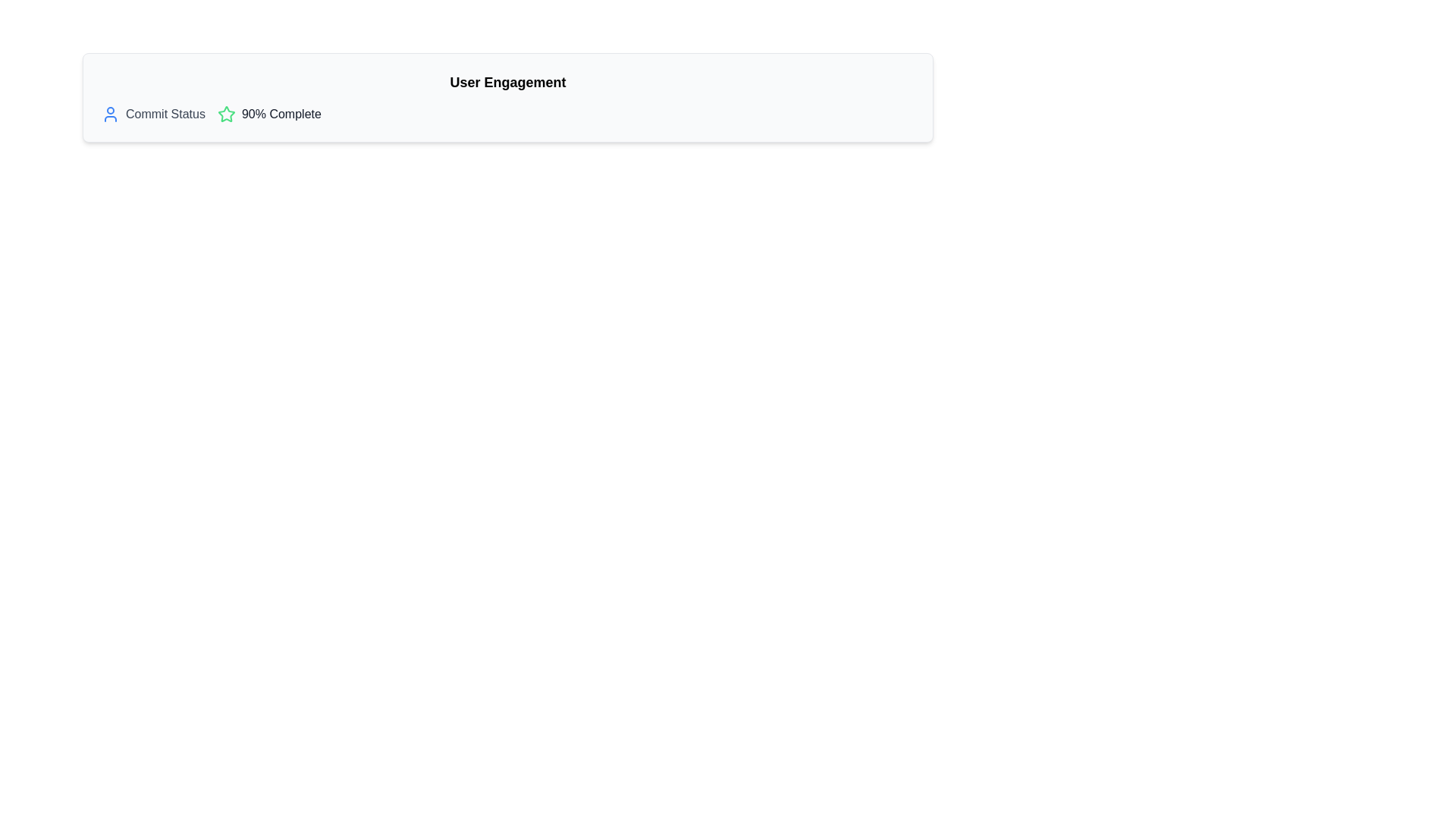 The image size is (1456, 819). I want to click on the progress status element that shows a 90% completion level, located to the right of the 'Commit Status' label, so click(269, 113).